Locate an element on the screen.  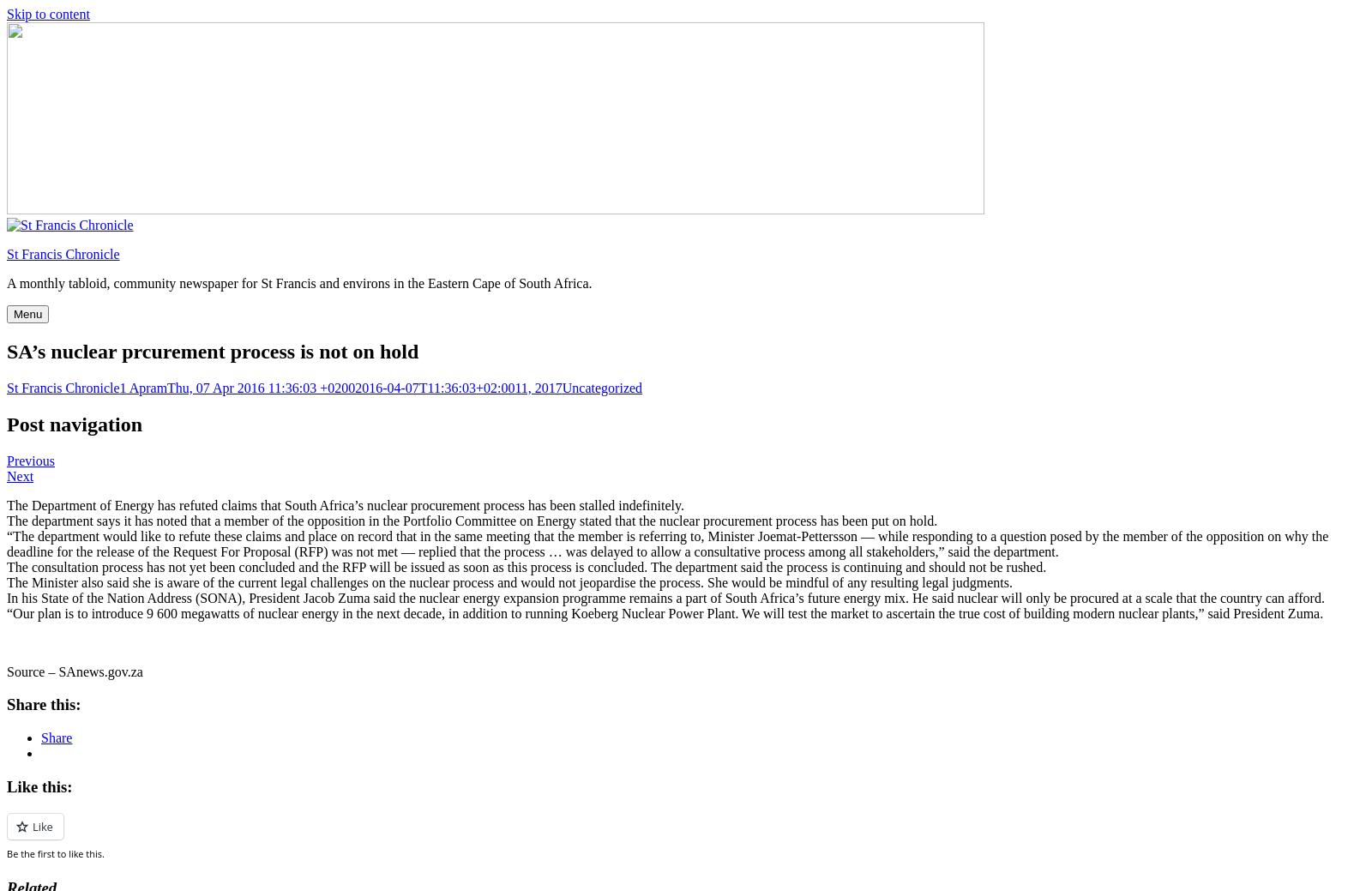
'Post navigation' is located at coordinates (74, 423).